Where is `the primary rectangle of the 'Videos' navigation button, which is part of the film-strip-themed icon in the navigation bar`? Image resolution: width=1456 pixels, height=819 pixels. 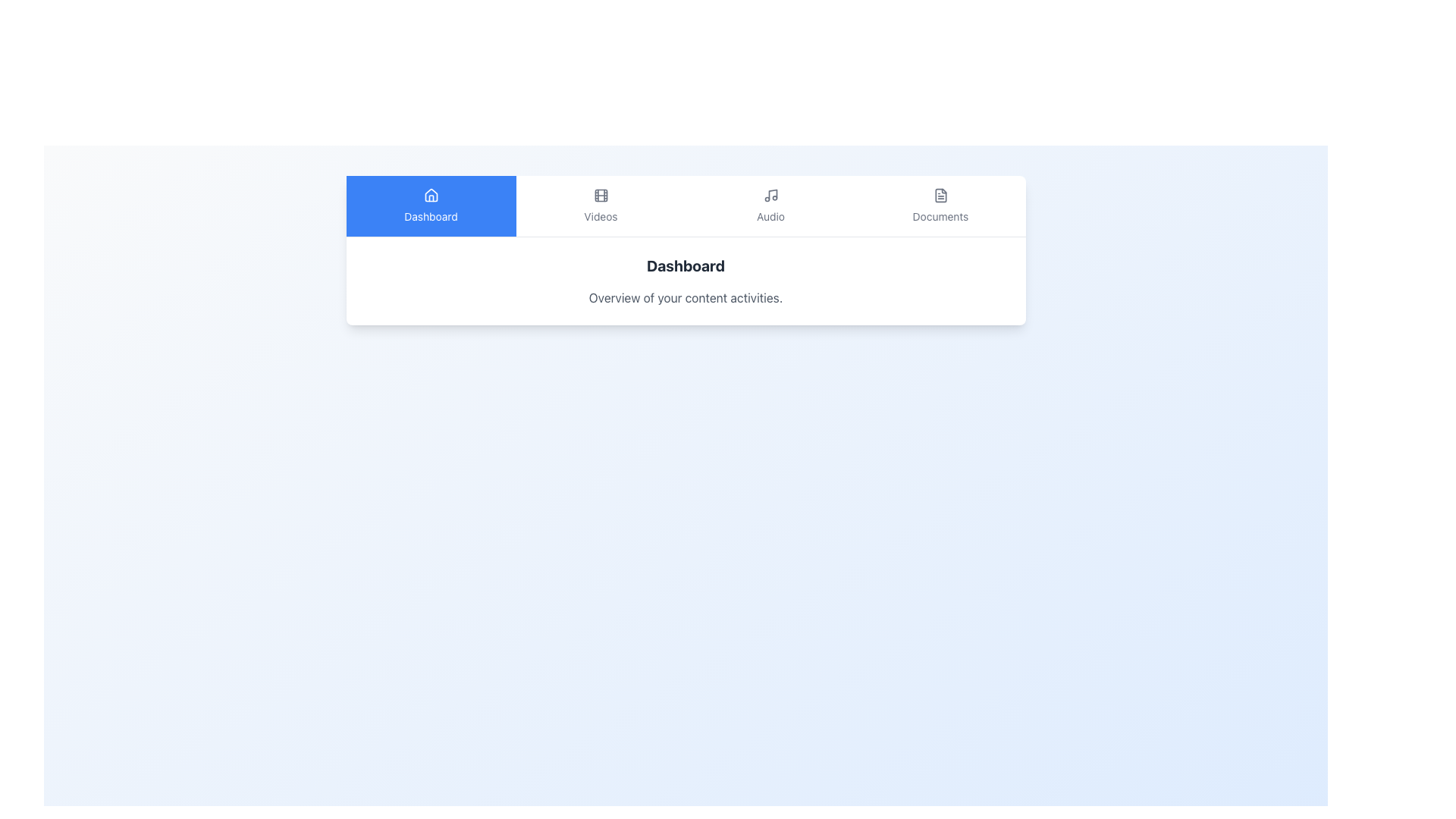
the primary rectangle of the 'Videos' navigation button, which is part of the film-strip-themed icon in the navigation bar is located at coordinates (600, 195).